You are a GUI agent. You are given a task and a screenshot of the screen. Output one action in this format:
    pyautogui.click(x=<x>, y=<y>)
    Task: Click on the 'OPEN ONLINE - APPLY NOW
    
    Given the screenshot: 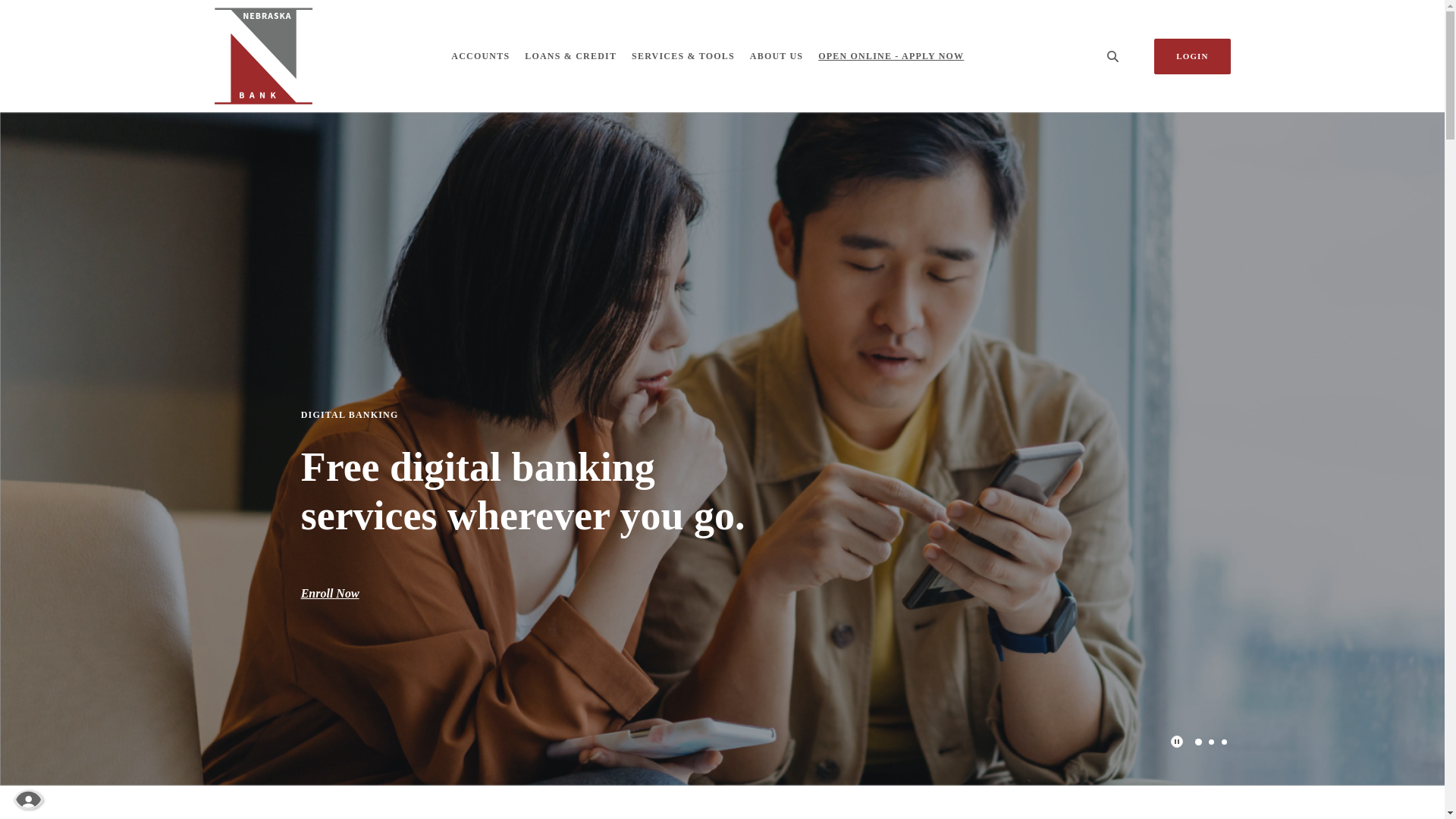 What is the action you would take?
    pyautogui.click(x=891, y=55)
    